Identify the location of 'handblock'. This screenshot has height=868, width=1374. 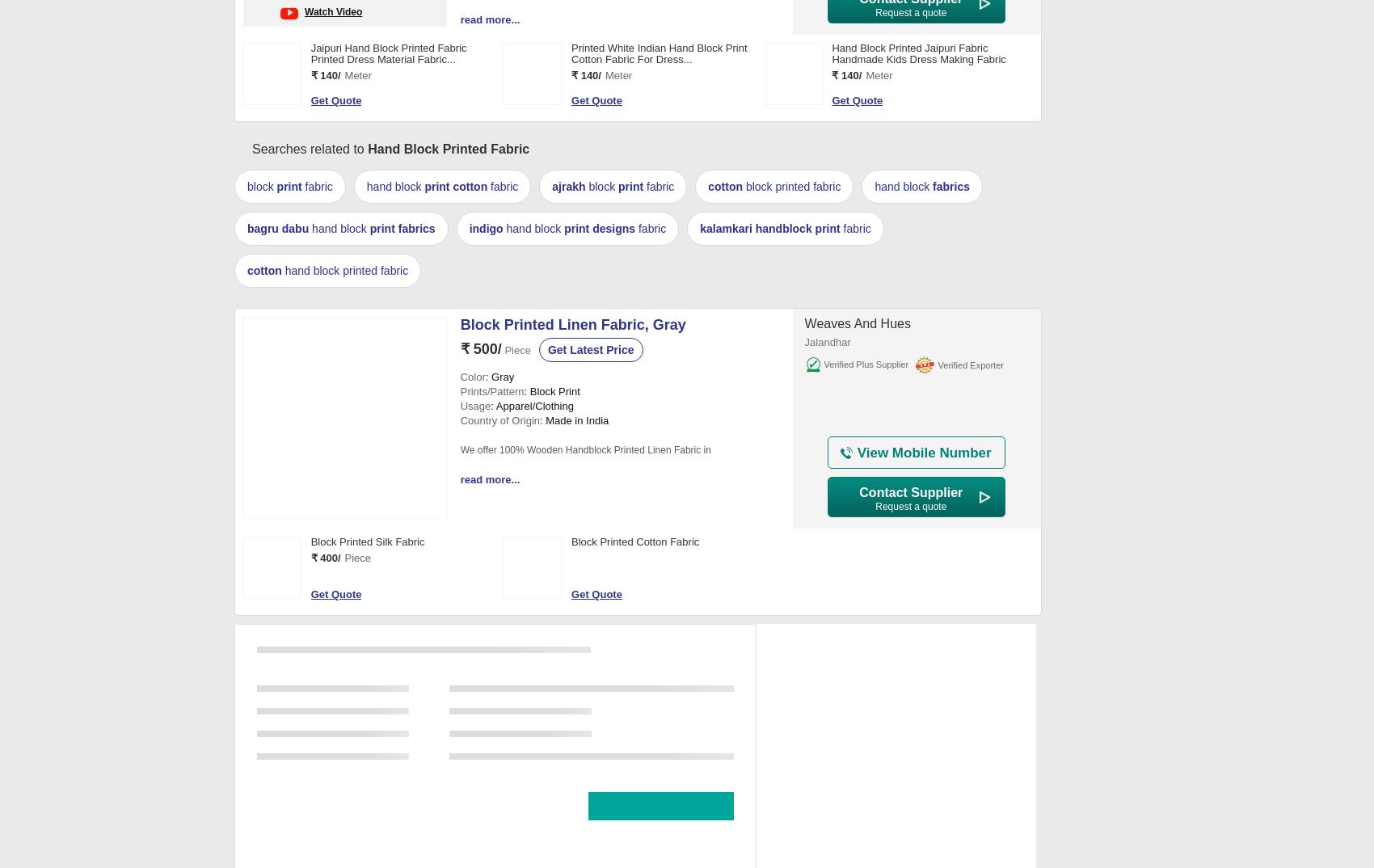
(782, 228).